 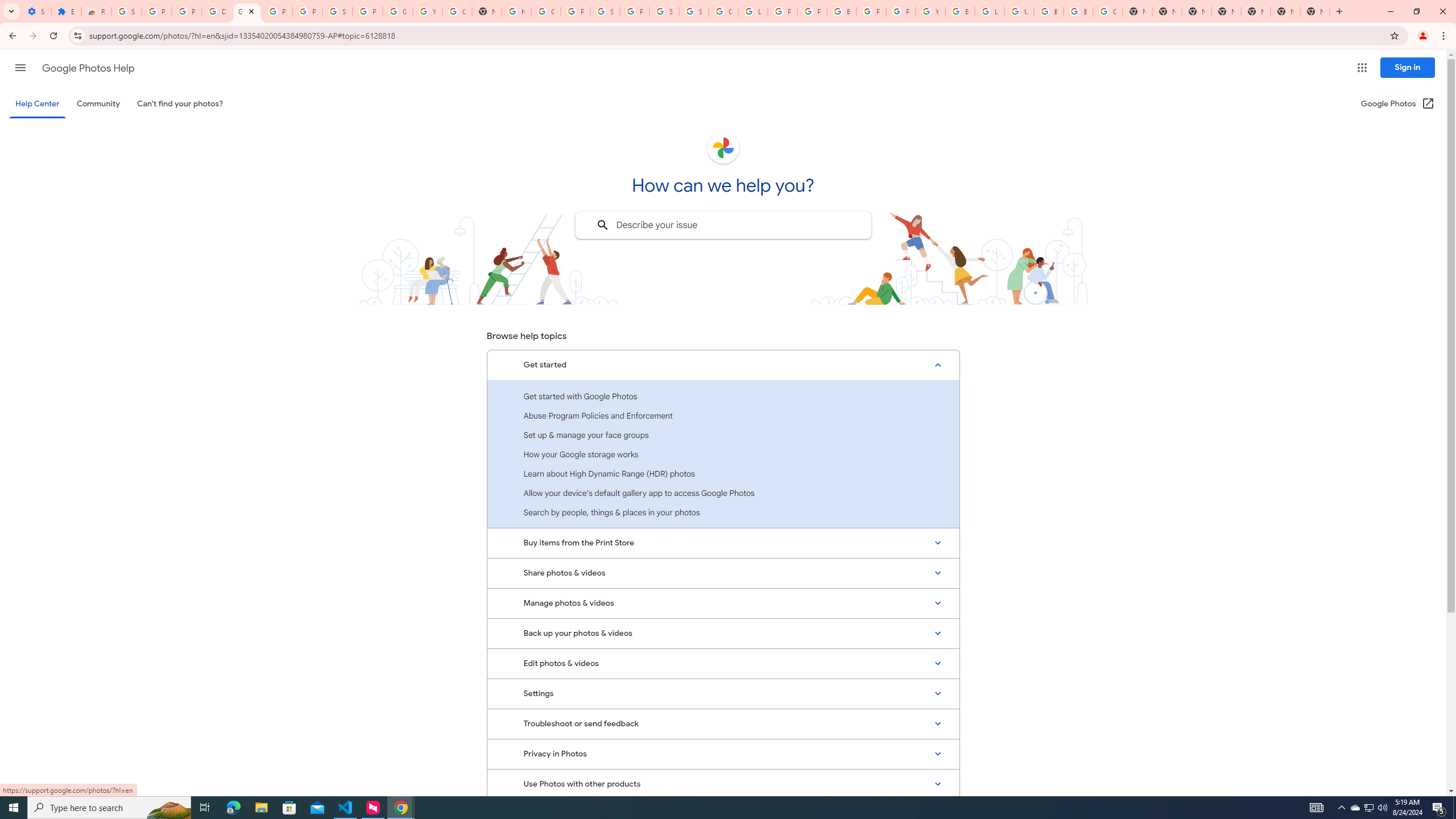 I want to click on 'Privacy Help Center - Policies Help', so click(x=811, y=11).